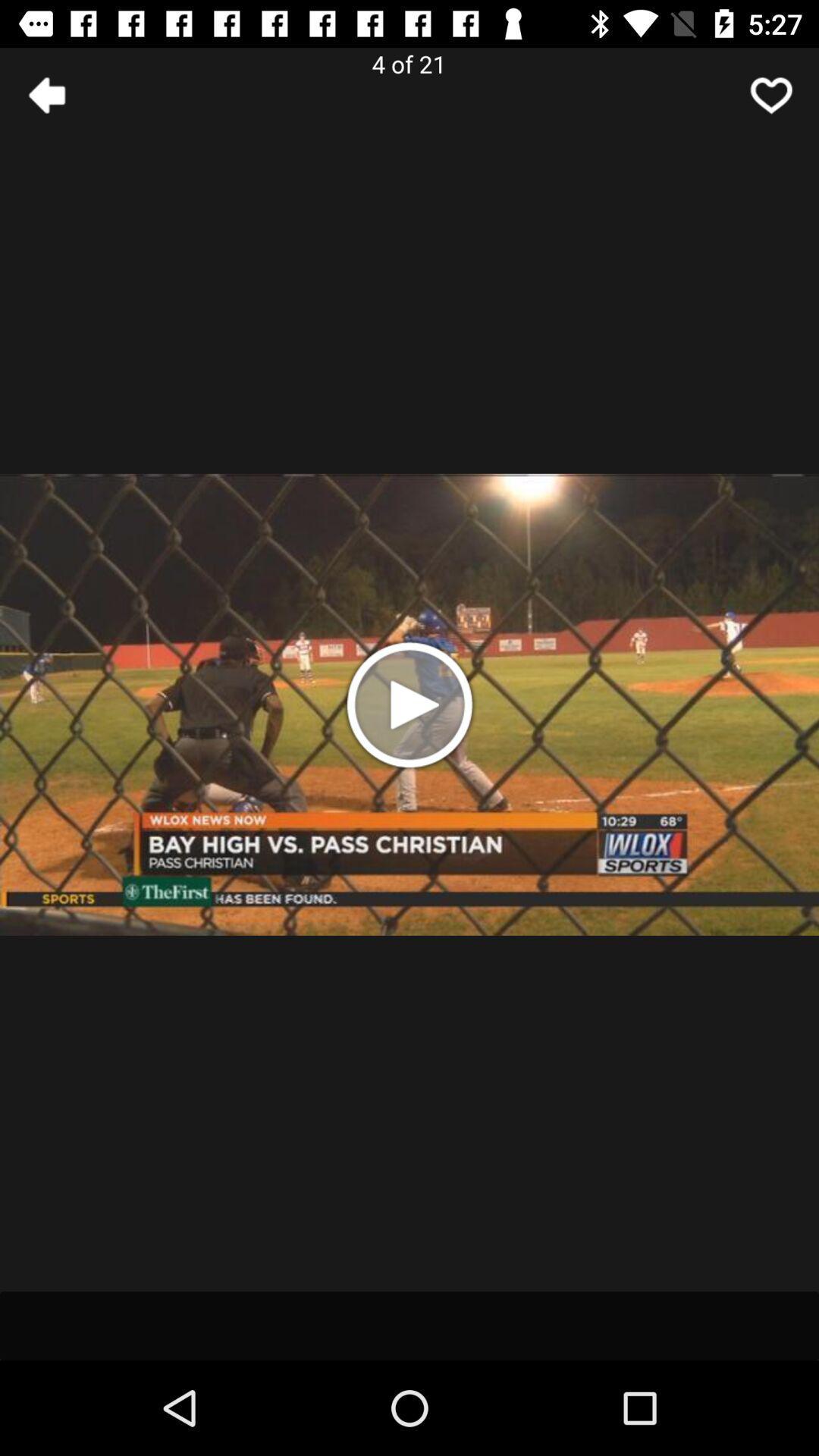  Describe the element at coordinates (46, 94) in the screenshot. I see `previous page` at that location.